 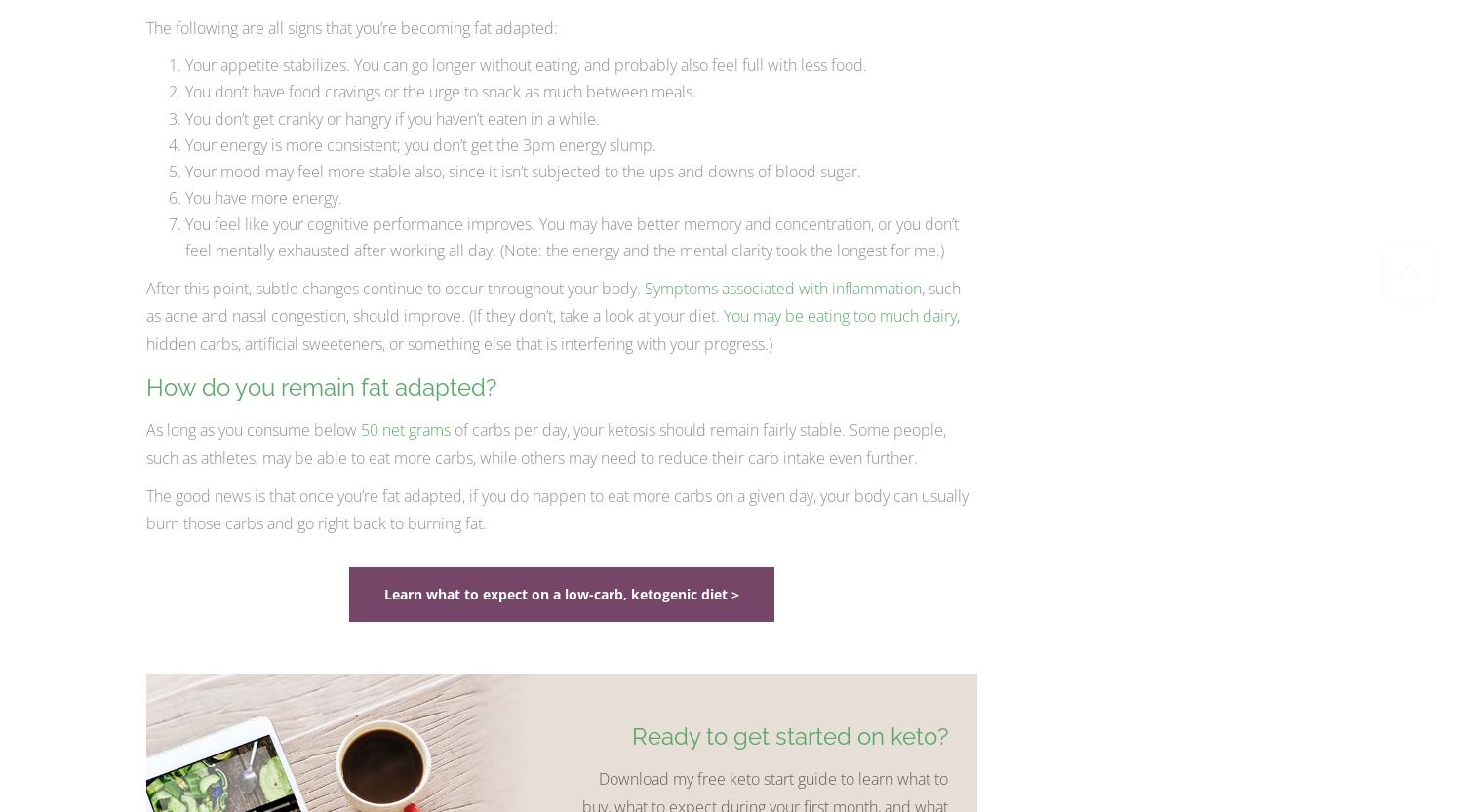 What do you see at coordinates (790, 736) in the screenshot?
I see `'Ready to get started on keto?'` at bounding box center [790, 736].